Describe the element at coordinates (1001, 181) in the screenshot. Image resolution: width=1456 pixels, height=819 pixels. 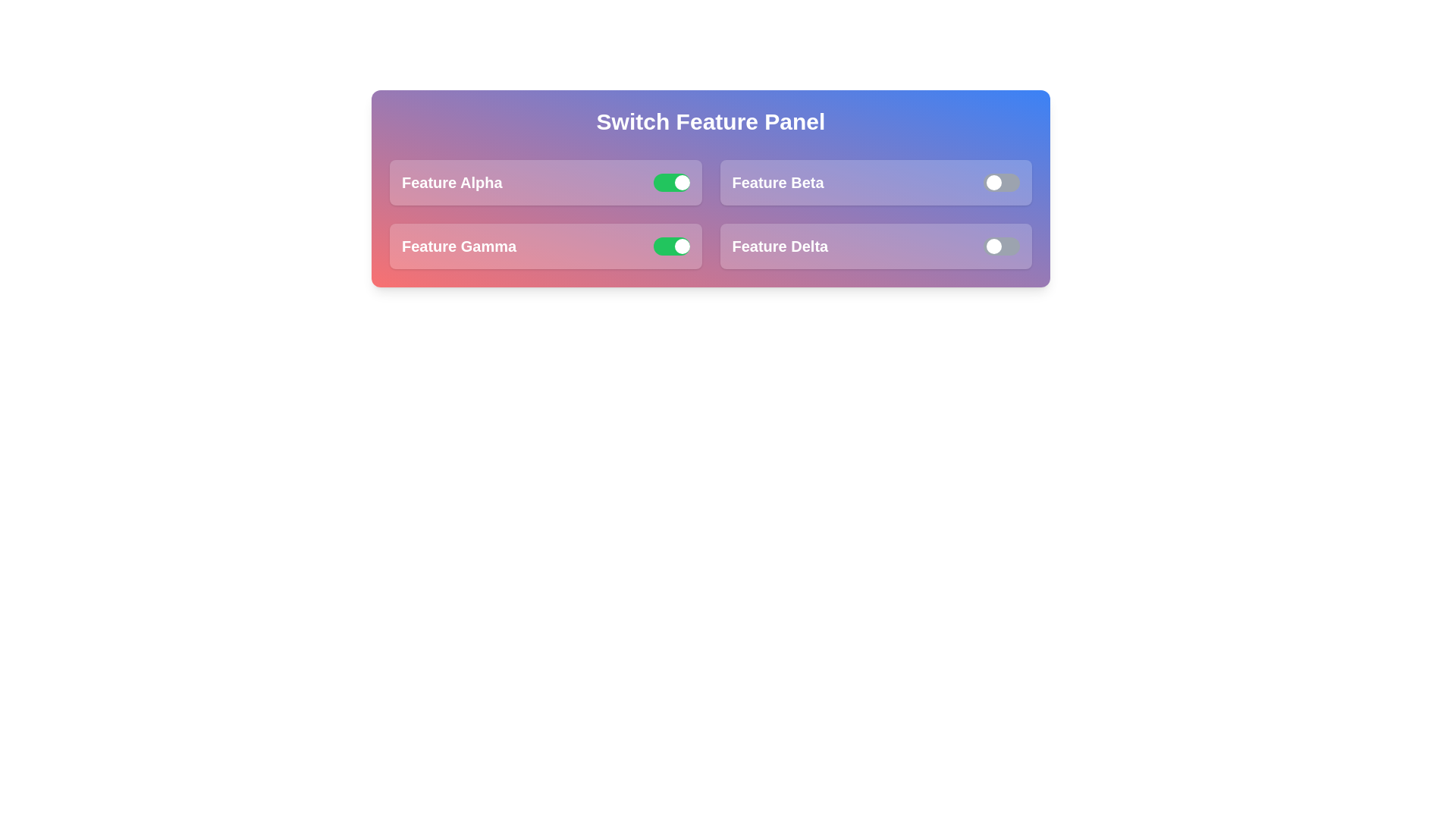
I see `the switch for Feature Beta` at that location.